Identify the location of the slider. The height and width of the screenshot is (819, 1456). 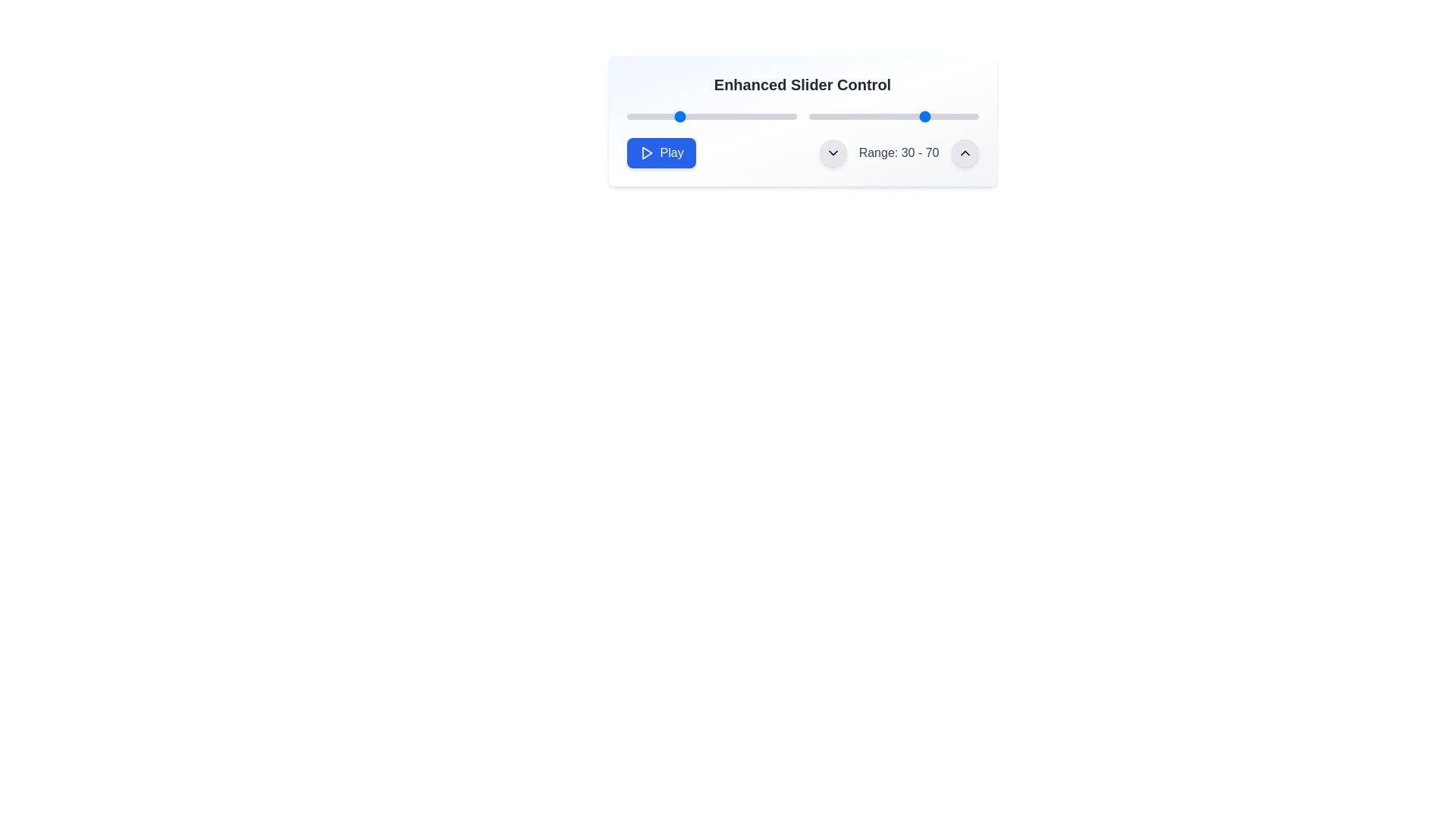
(755, 116).